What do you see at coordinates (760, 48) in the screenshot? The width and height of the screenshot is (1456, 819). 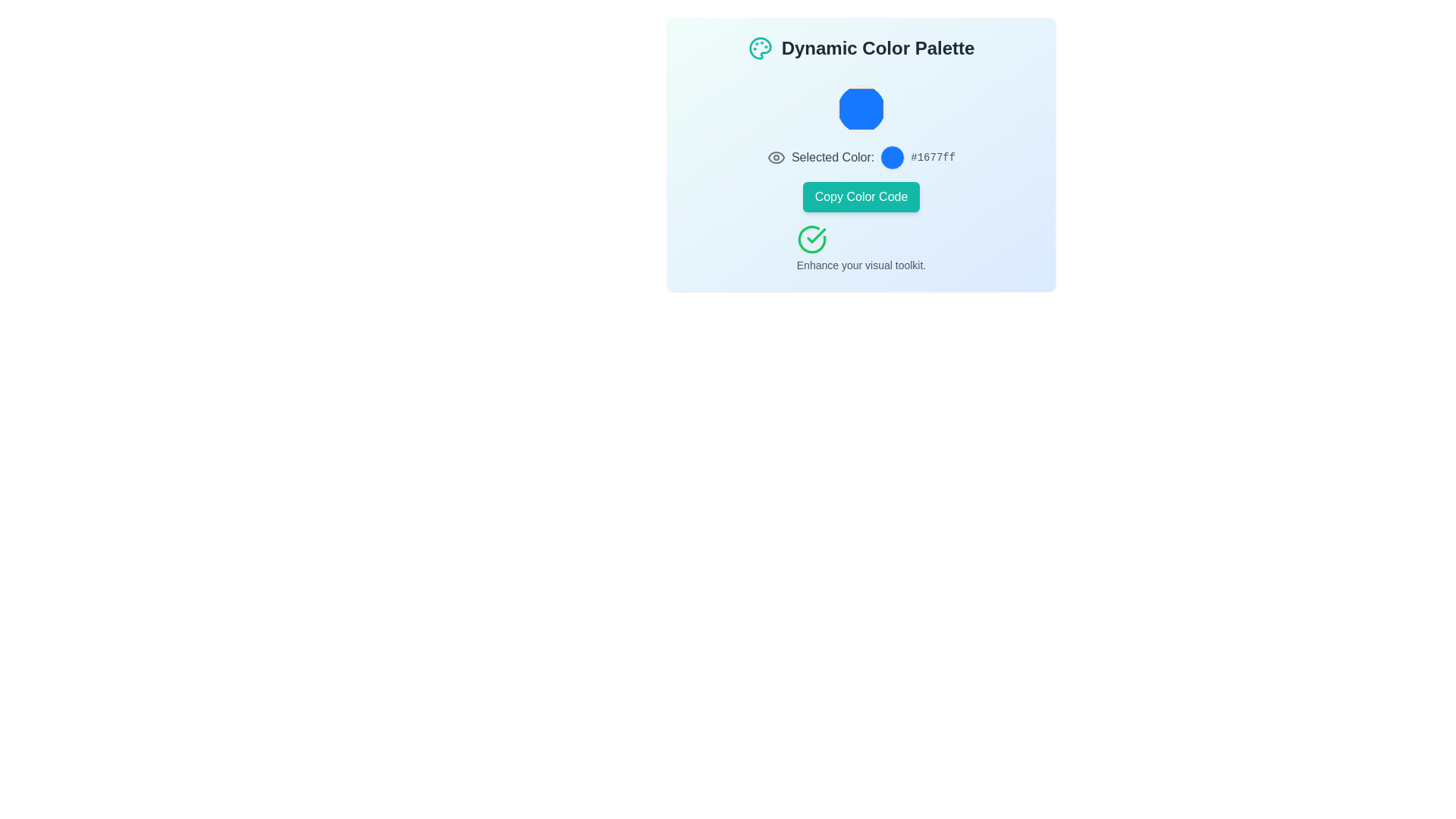 I see `the painter's palette icon located to the left of the 'Dynamic Color Palette' text in the header section` at bounding box center [760, 48].